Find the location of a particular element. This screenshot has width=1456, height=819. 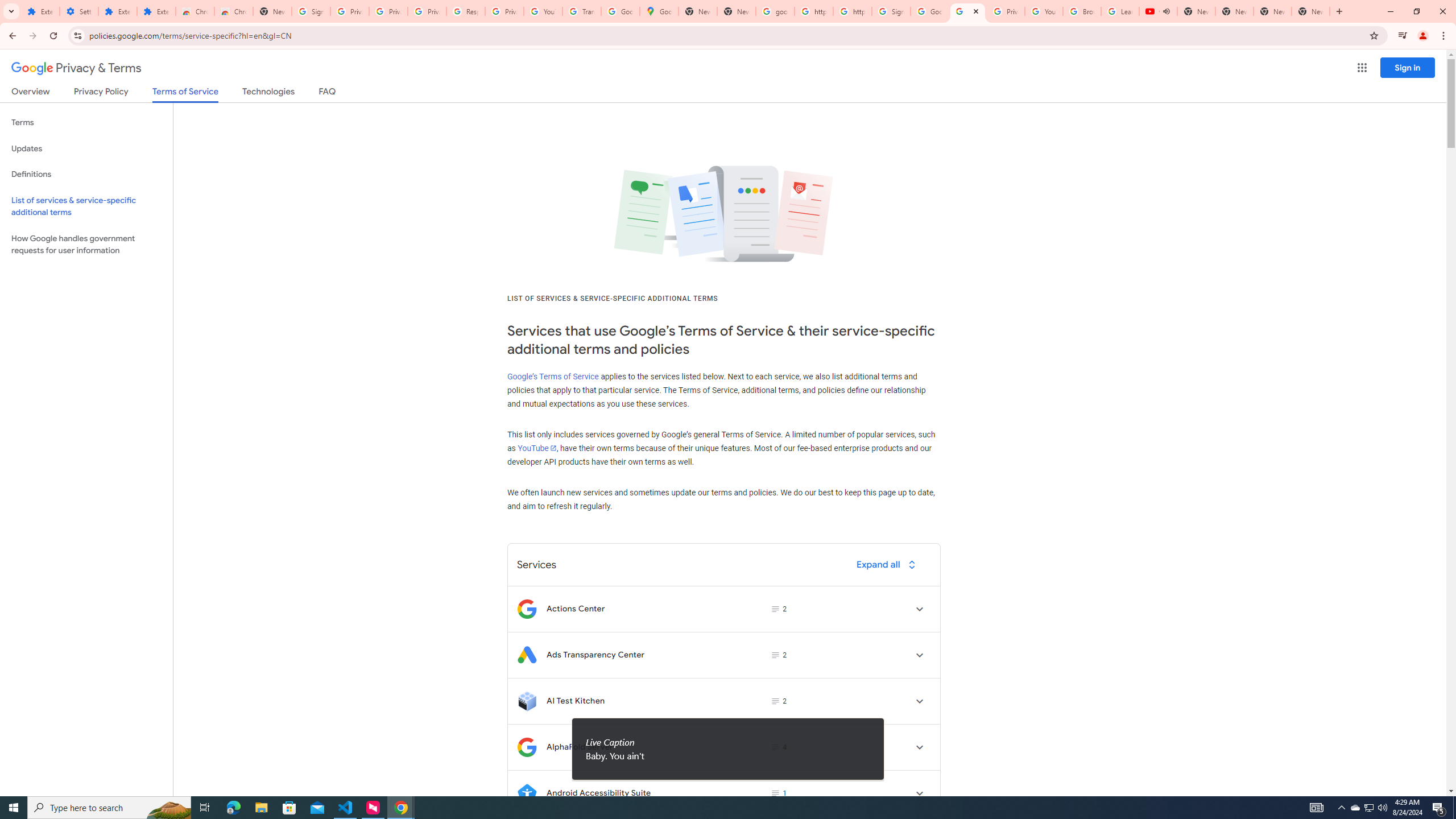

'Logo for Actions Center' is located at coordinates (526, 608).